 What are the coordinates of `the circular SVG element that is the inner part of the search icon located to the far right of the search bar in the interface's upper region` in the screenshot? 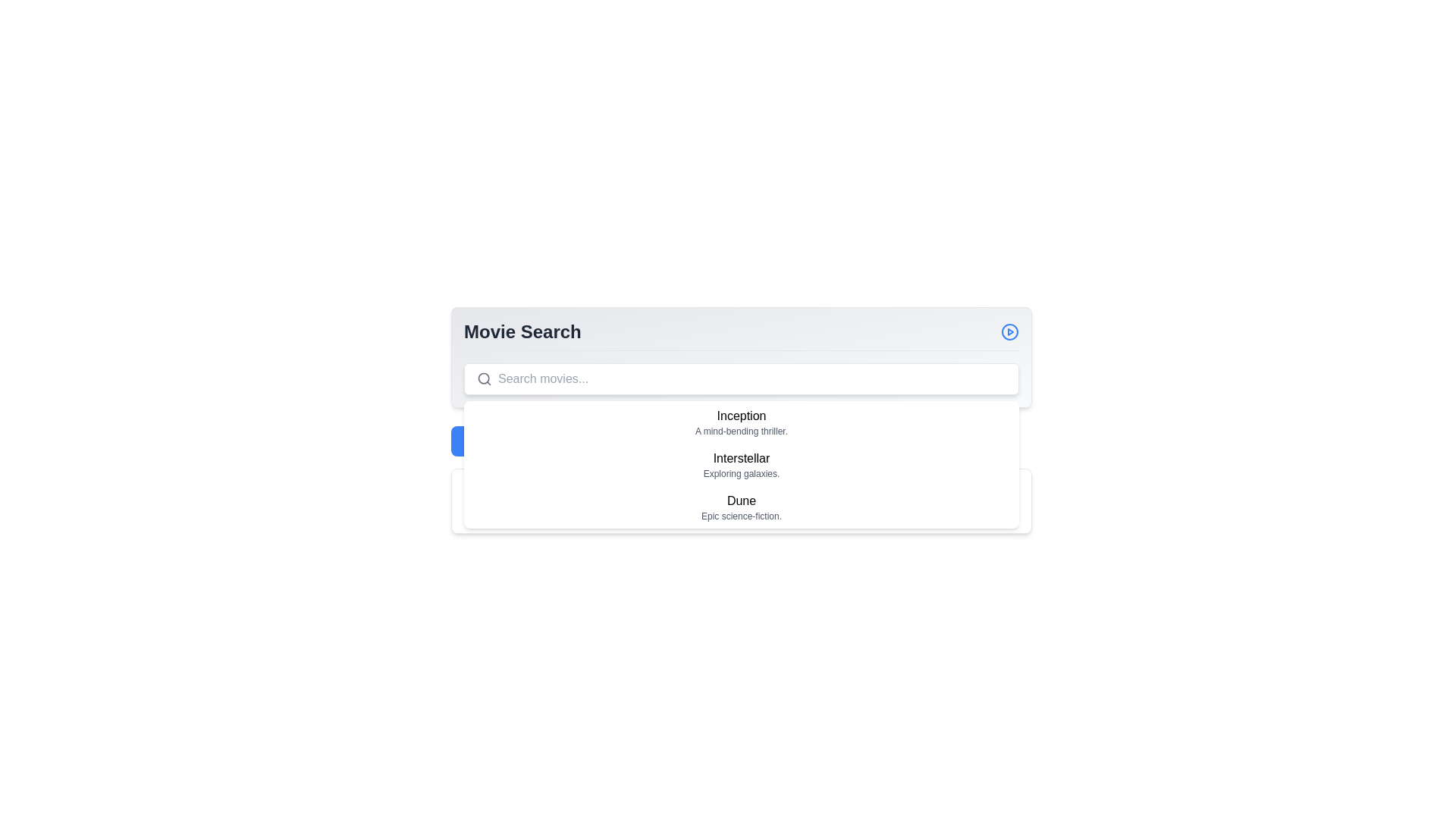 It's located at (483, 378).